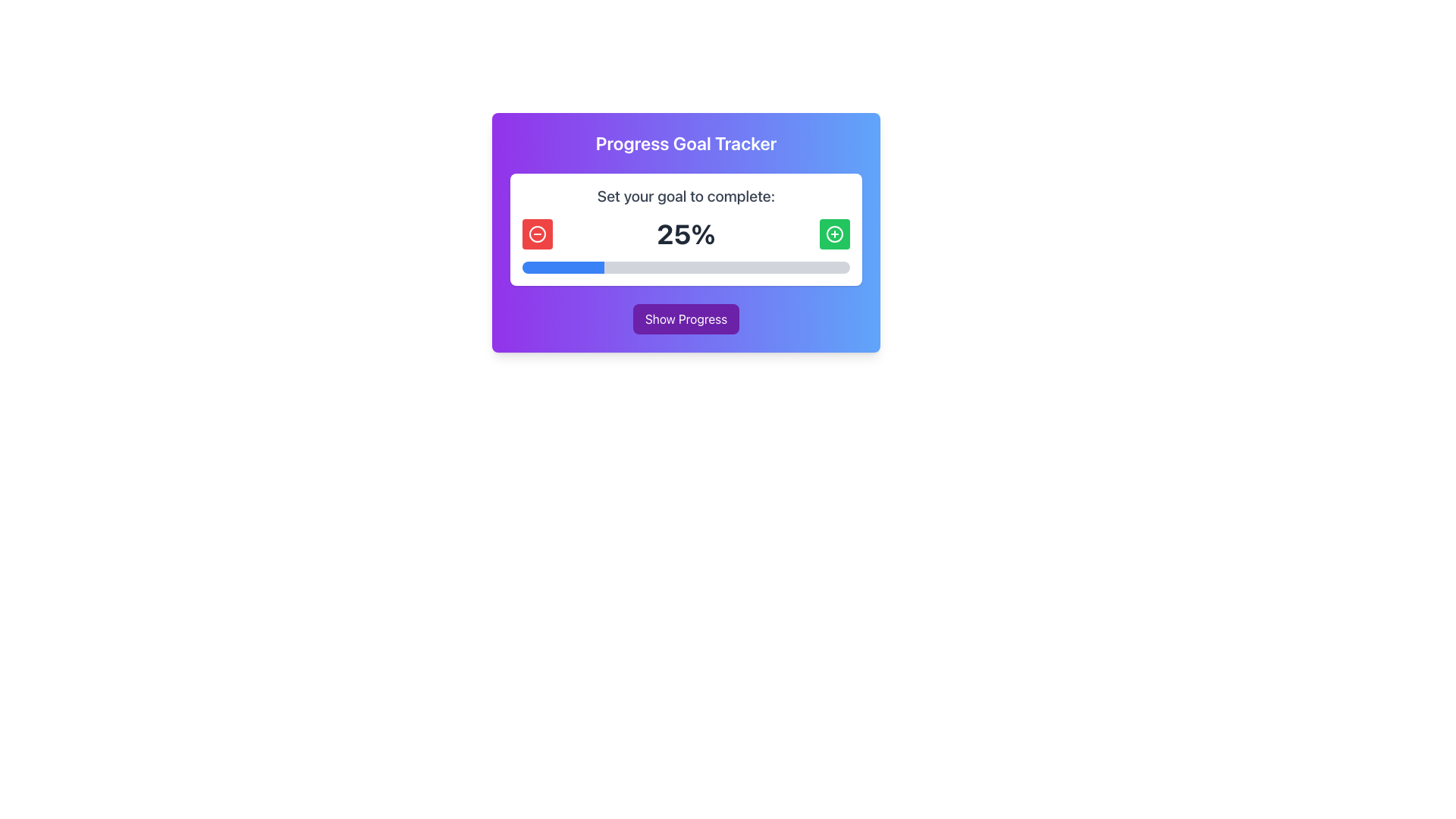  Describe the element at coordinates (686, 318) in the screenshot. I see `the 'Show Progress' button located at the bottom of the card interface, which has a strong purple background and white text` at that location.